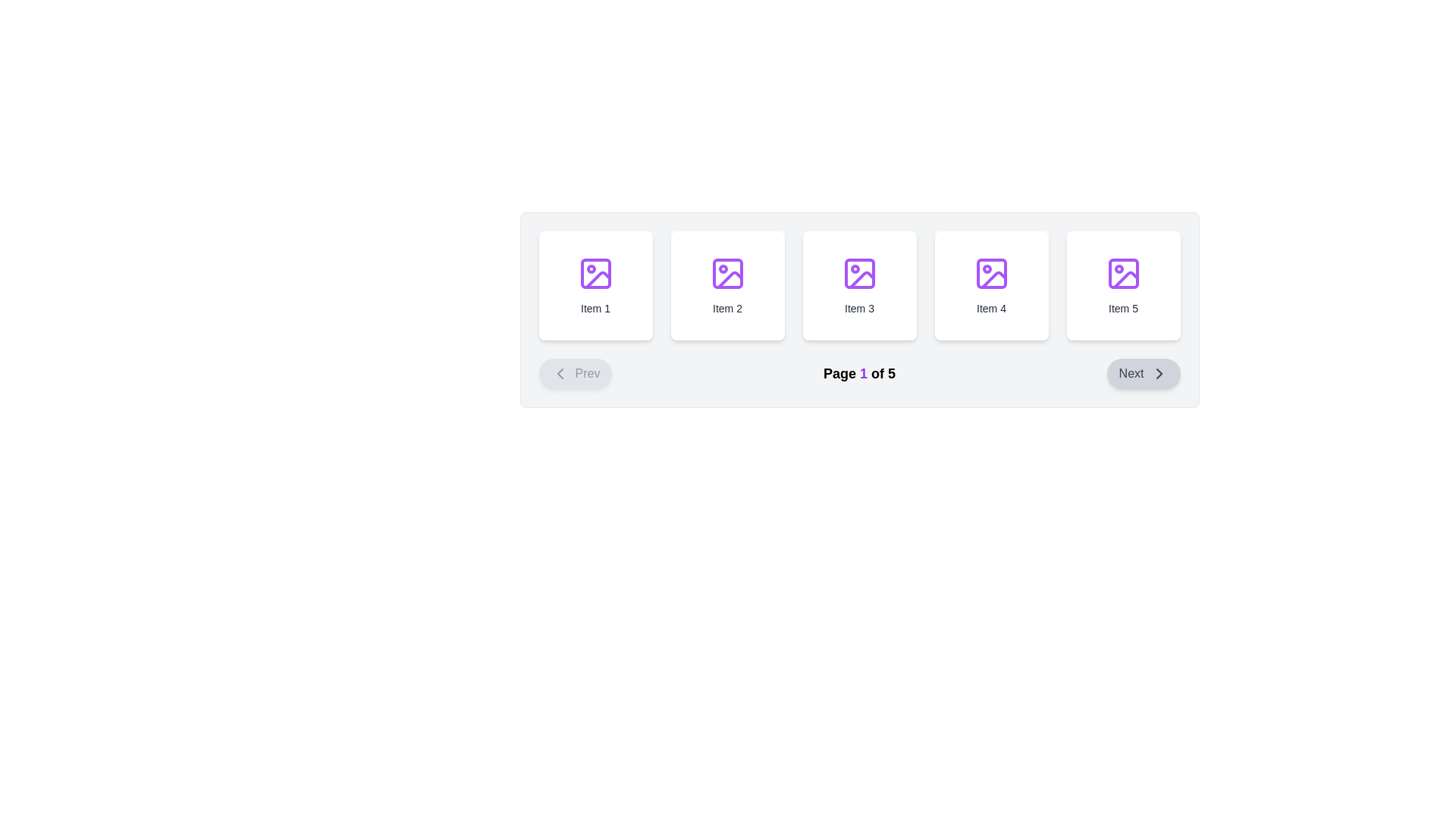  I want to click on the left-pointing chevron icon within the 'Prev' button in the pagination interface, indicating a navigation action to the left, so click(559, 374).